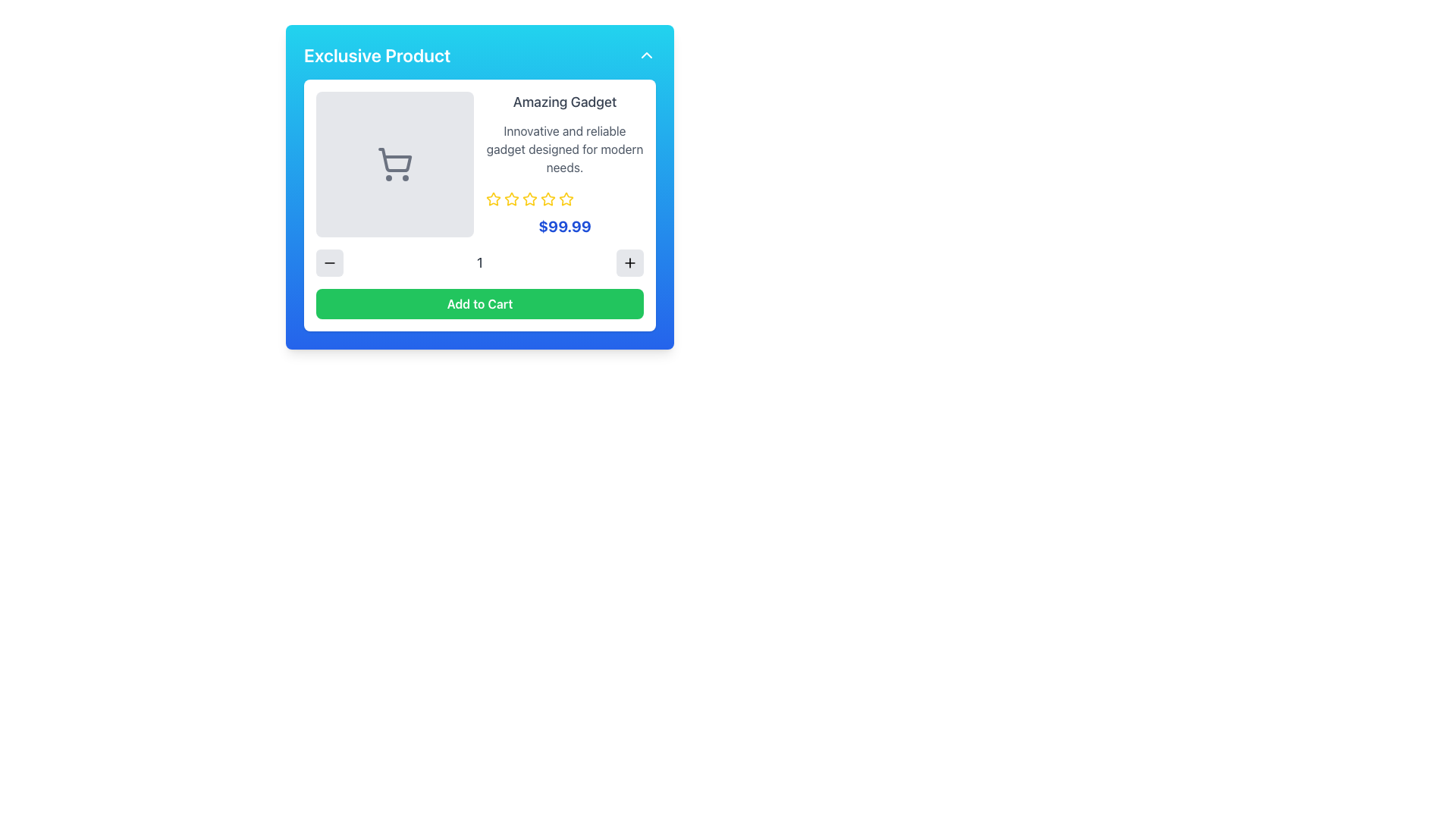 The width and height of the screenshot is (1456, 819). I want to click on the fourth star icon in the five-star rating system located below the text 'Amazing Gadget' and above the price '99.99', so click(566, 198).